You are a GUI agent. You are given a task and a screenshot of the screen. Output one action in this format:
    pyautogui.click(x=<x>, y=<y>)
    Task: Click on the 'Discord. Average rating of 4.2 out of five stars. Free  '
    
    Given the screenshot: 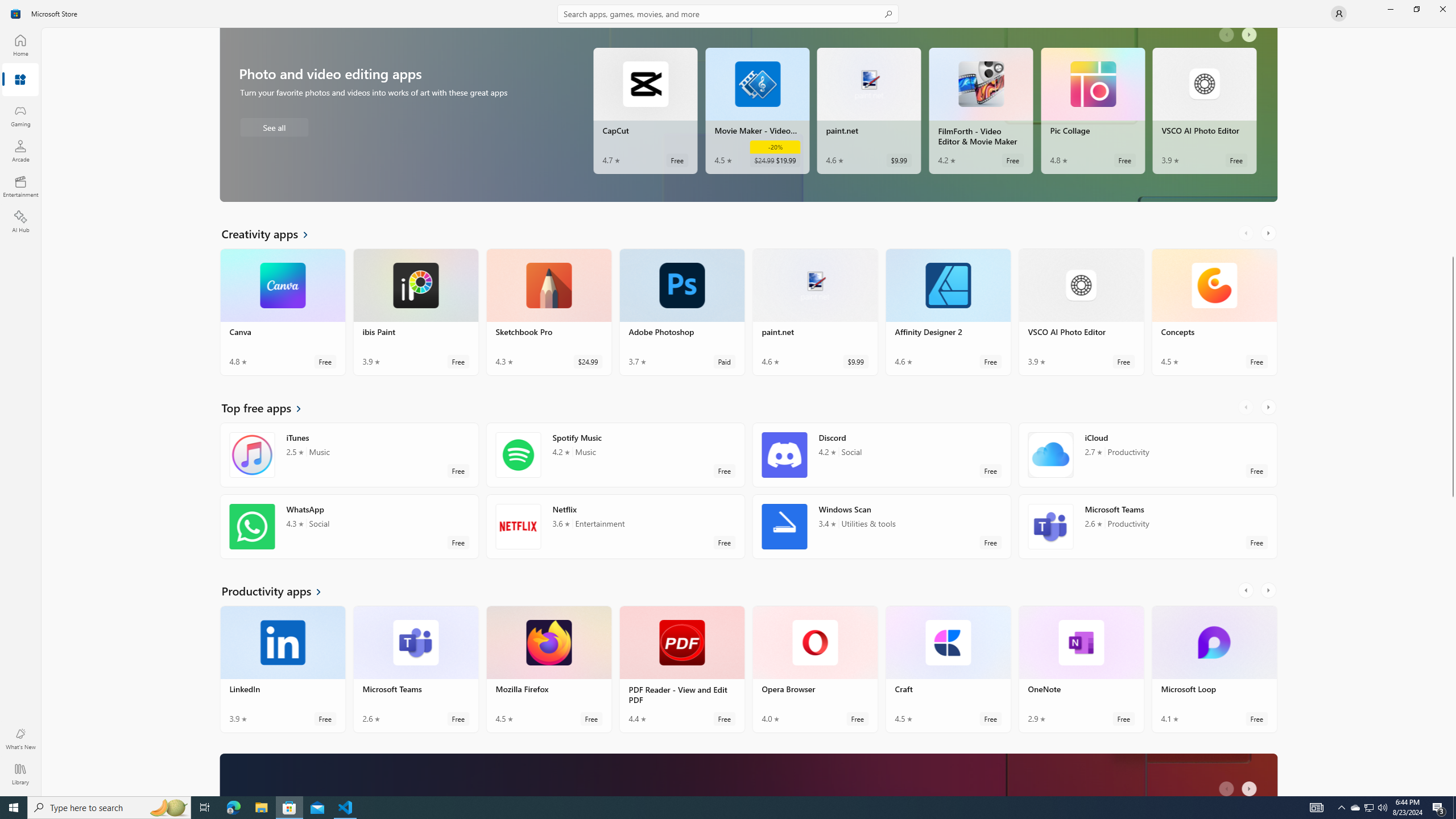 What is the action you would take?
    pyautogui.click(x=881, y=454)
    